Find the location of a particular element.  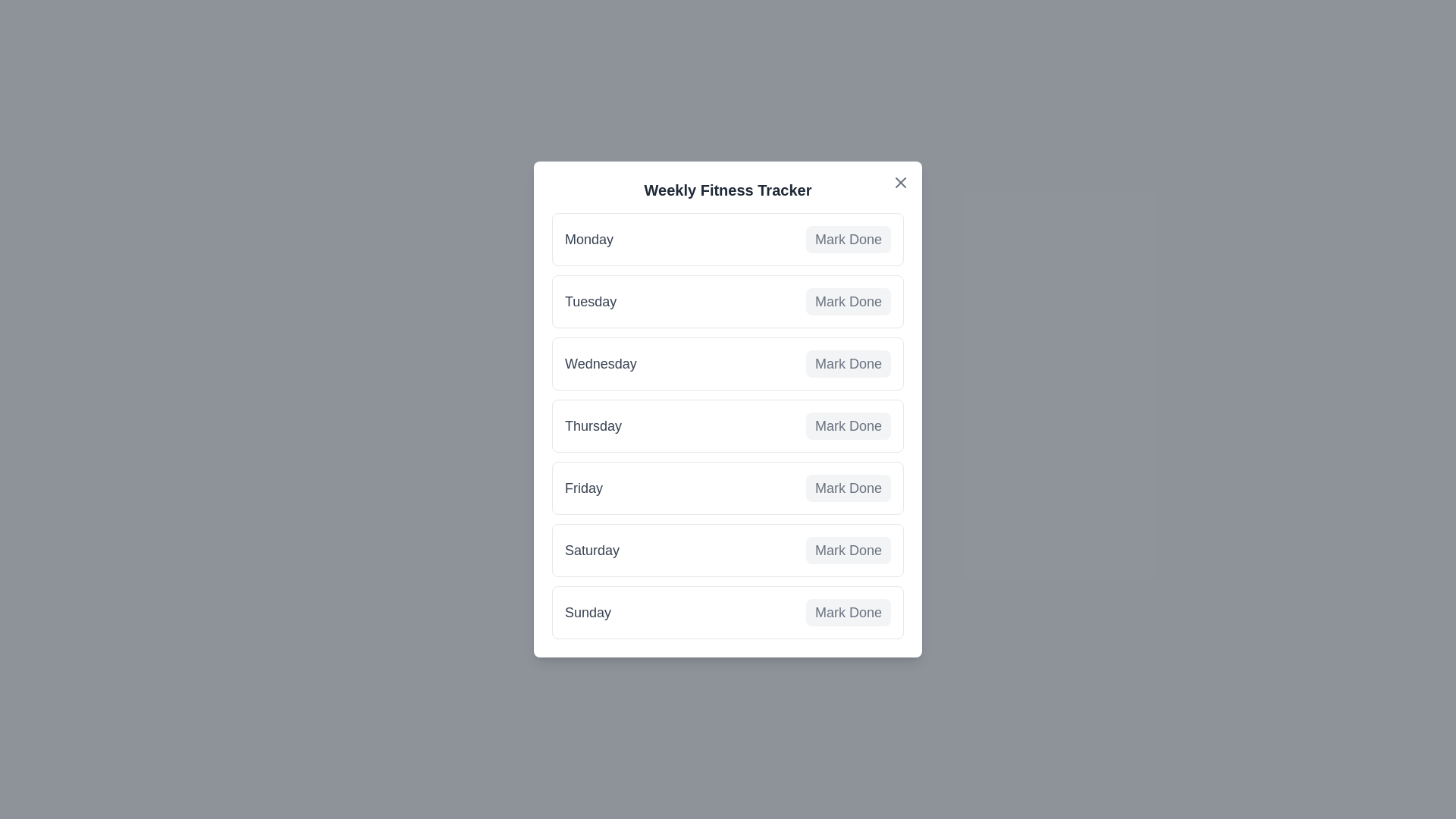

'Mark Done' button for Wednesday is located at coordinates (847, 363).